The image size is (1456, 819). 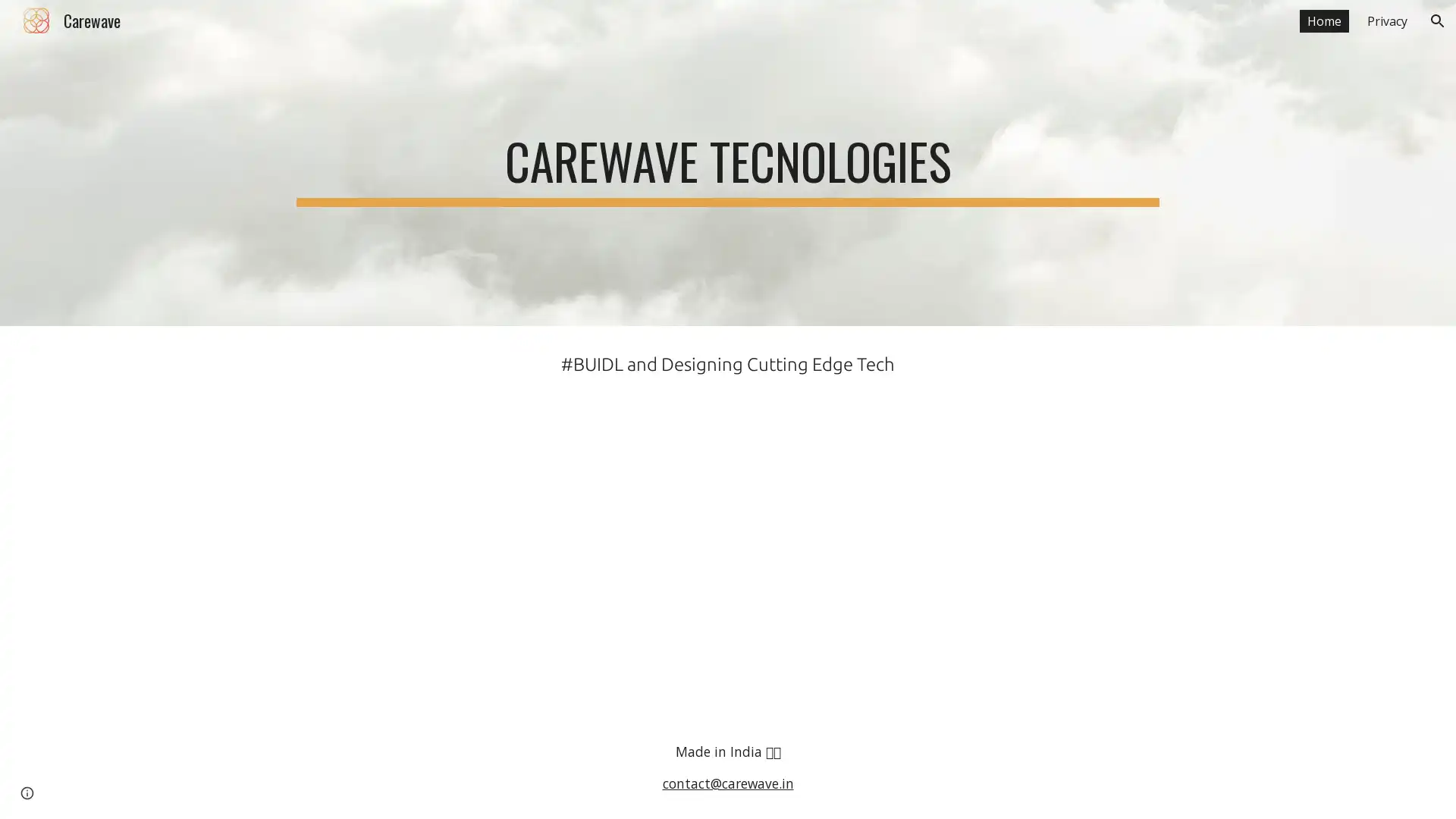 What do you see at coordinates (139, 792) in the screenshot?
I see `Report abuse` at bounding box center [139, 792].